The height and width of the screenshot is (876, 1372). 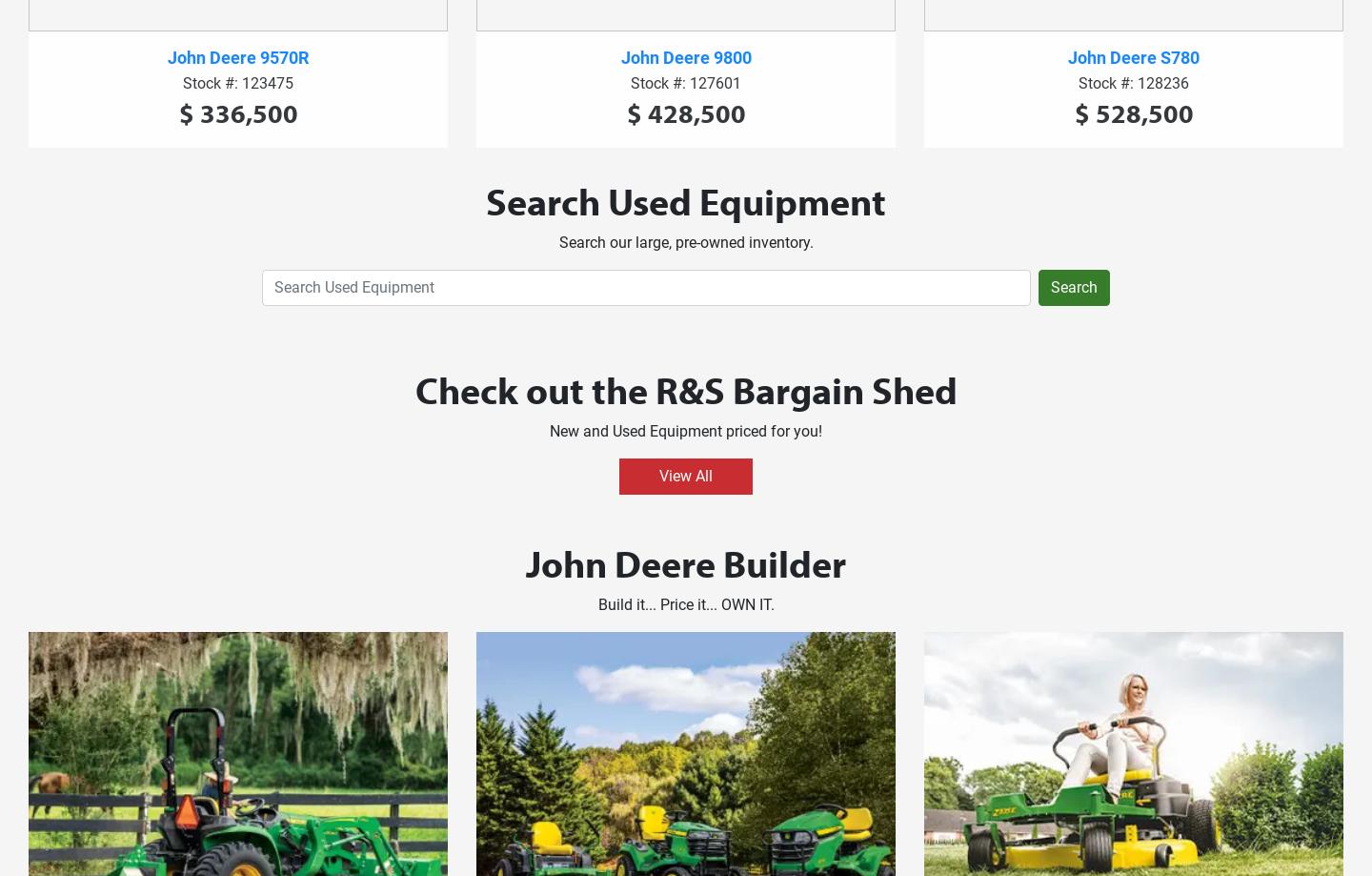 I want to click on 'Search our large, pre-owned inventory.', so click(x=685, y=242).